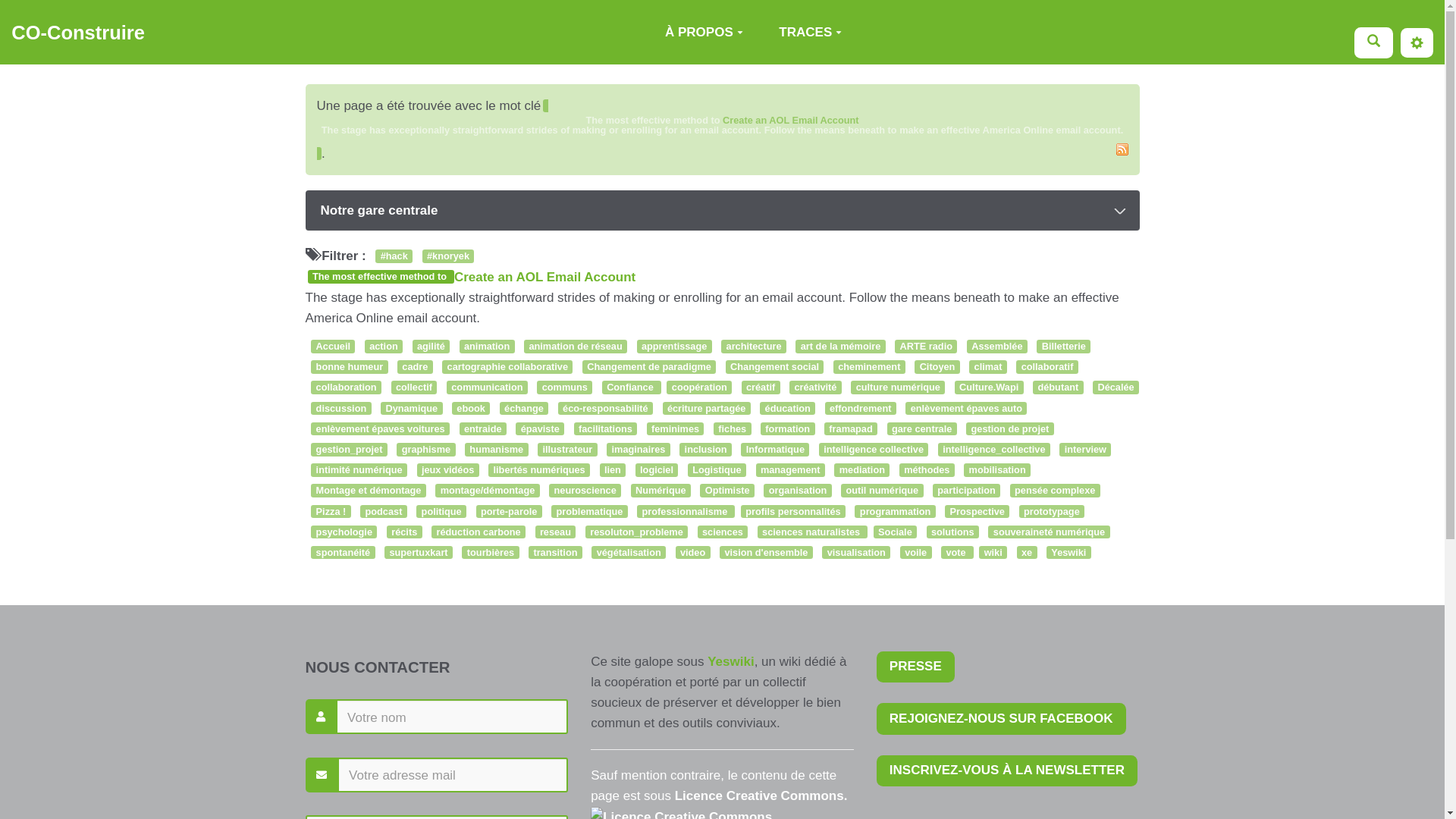 This screenshot has width=1456, height=819. What do you see at coordinates (340, 408) in the screenshot?
I see `'discussion'` at bounding box center [340, 408].